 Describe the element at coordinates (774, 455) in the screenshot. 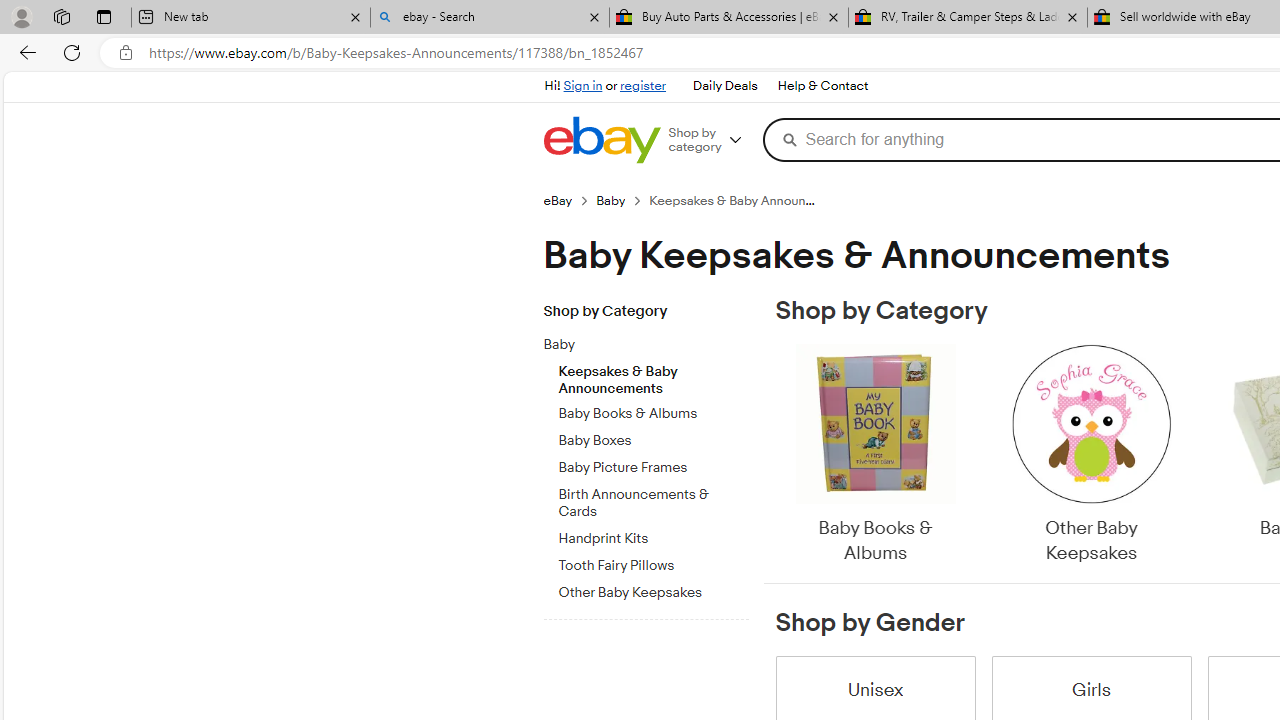

I see `'Go to previous slide'` at that location.